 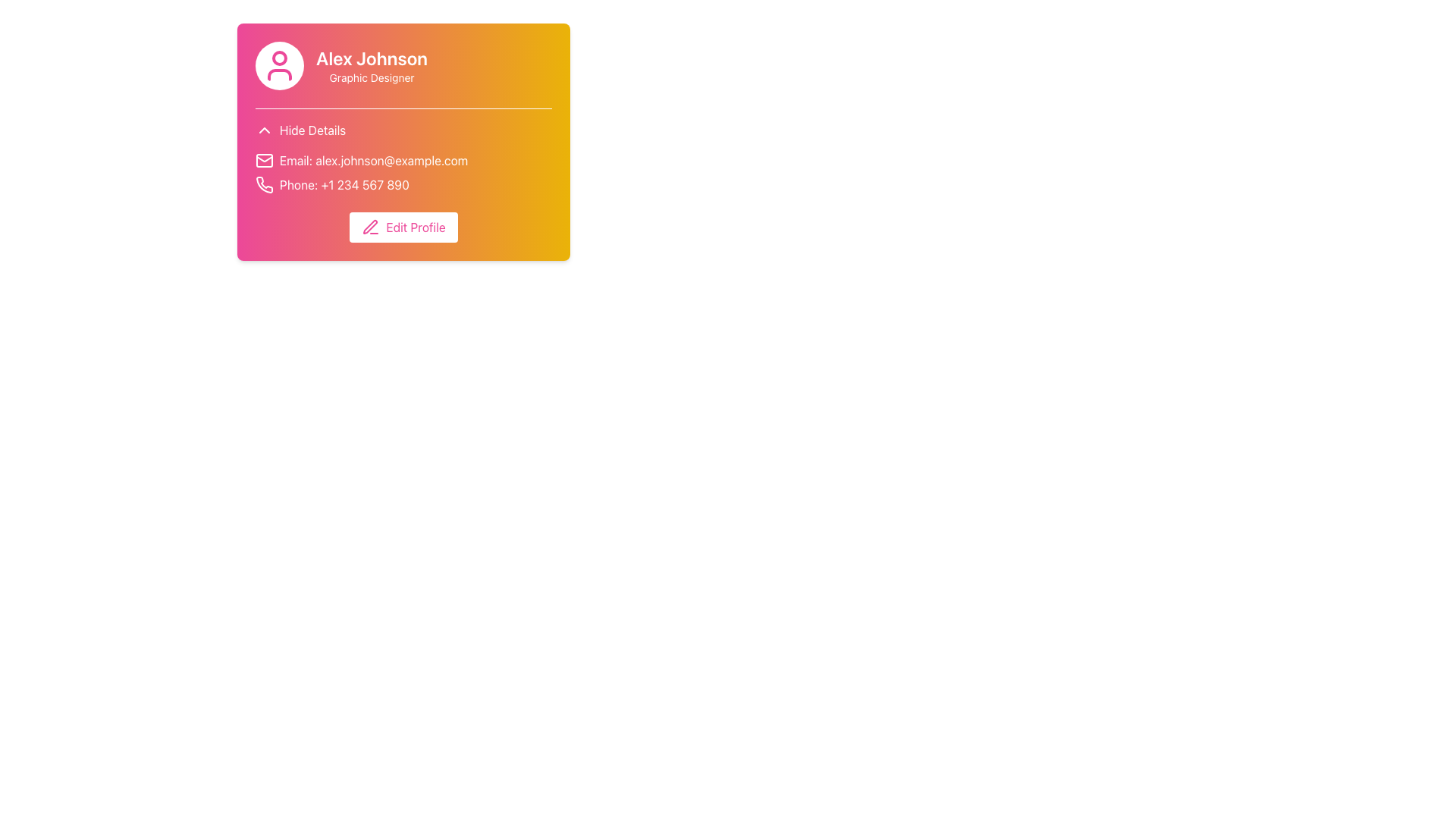 I want to click on the user profile icon, which features a circular structure with a pink figure outline and is located to the left of the text 'Alex Johnson', so click(x=280, y=65).